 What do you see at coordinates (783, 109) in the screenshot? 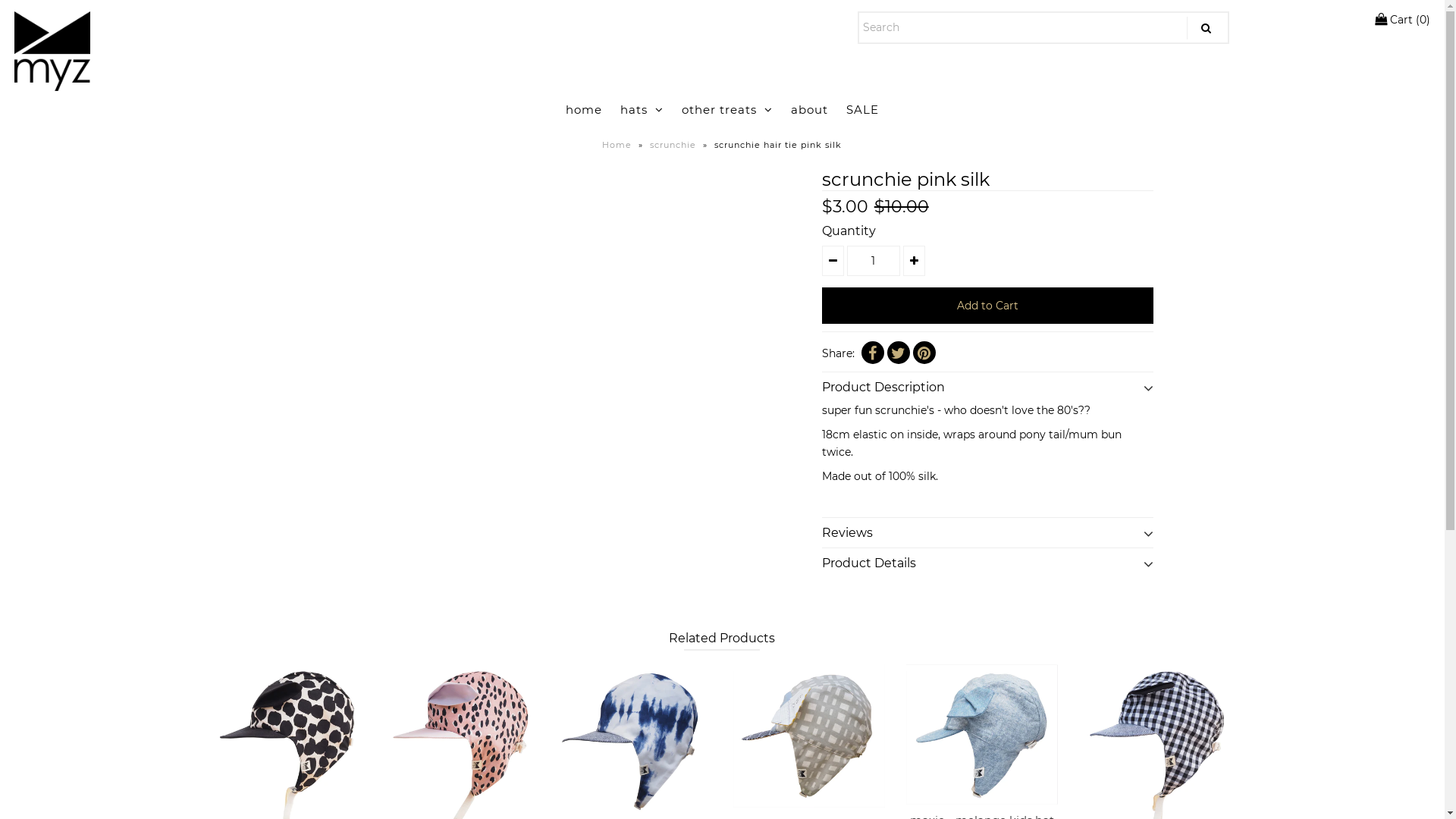
I see `'about'` at bounding box center [783, 109].